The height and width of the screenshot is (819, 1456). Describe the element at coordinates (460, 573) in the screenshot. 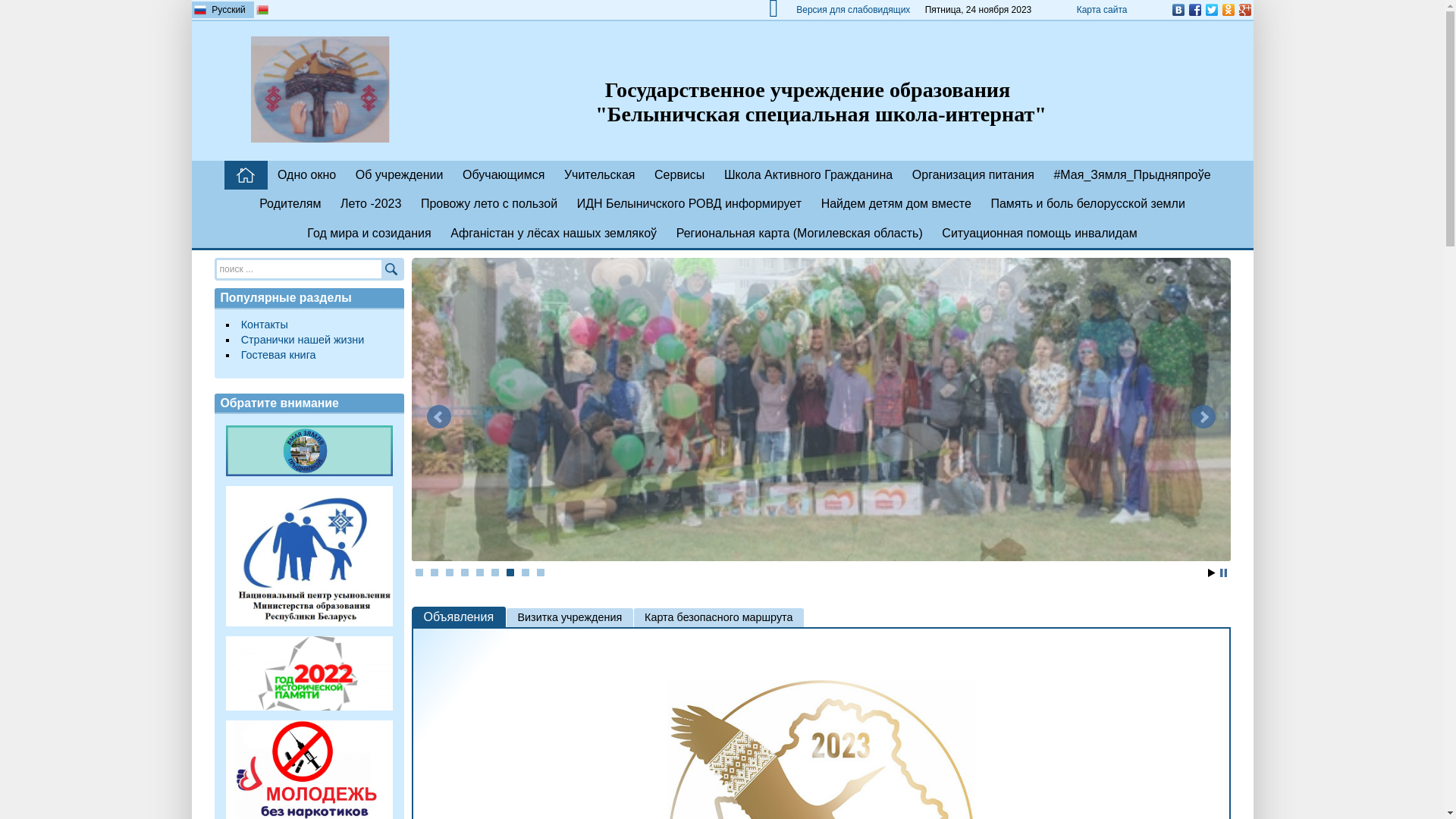

I see `'4'` at that location.